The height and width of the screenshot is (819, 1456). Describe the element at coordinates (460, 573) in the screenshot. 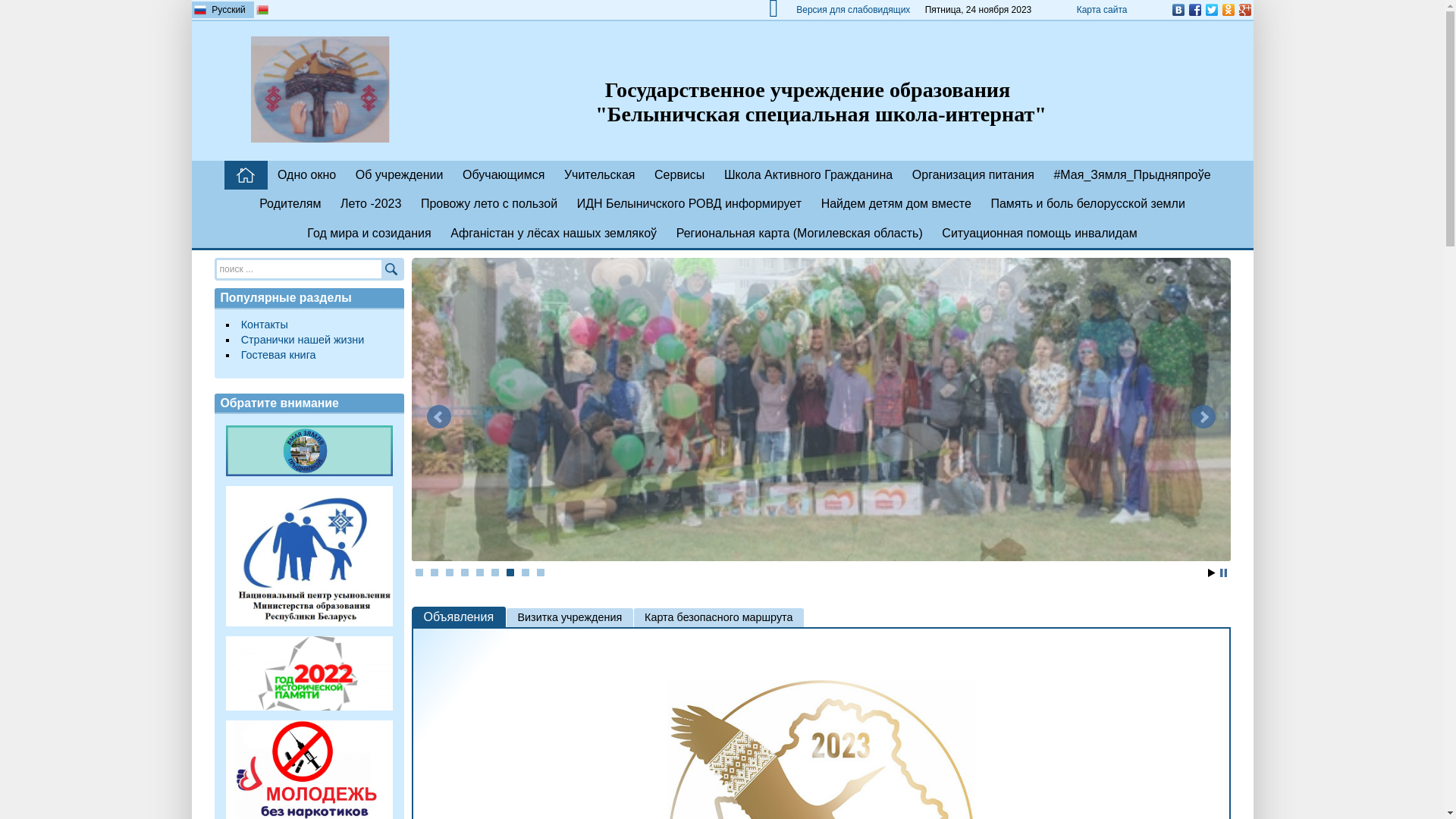

I see `'4'` at that location.